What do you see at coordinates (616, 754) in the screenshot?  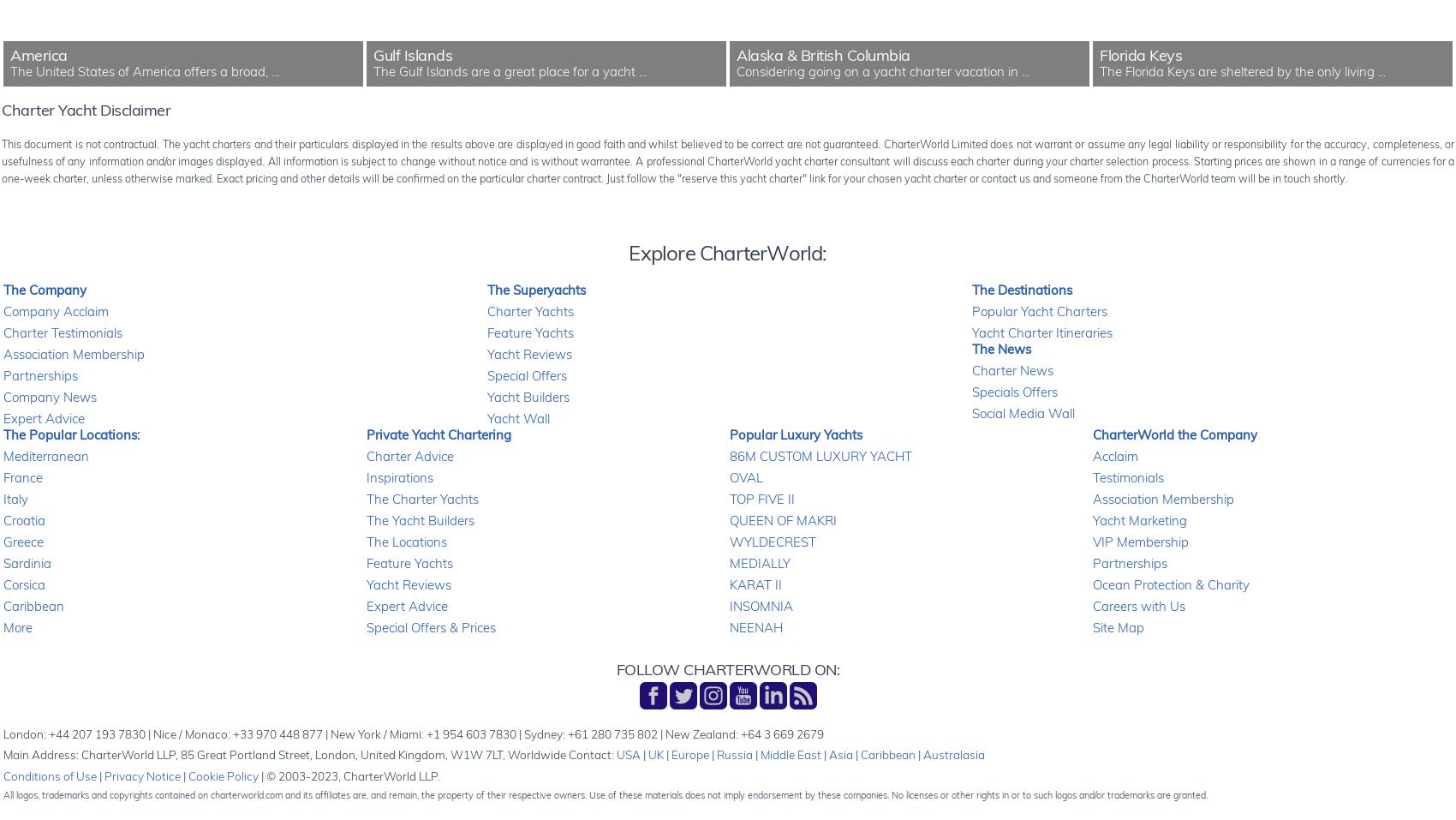 I see `'USA'` at bounding box center [616, 754].